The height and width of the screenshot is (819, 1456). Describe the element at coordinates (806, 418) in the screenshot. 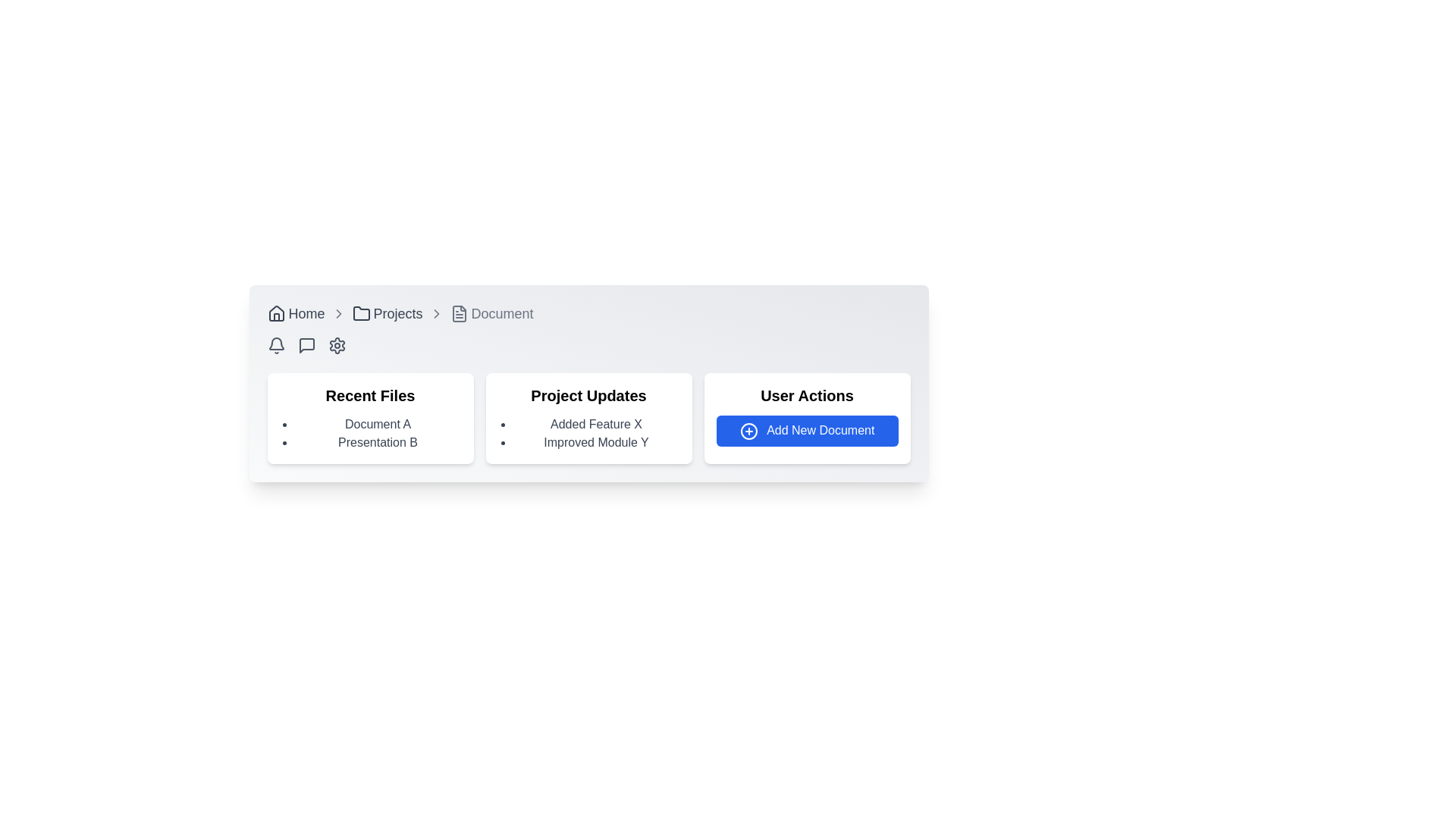

I see `the button located on the third card in the bottom right corner of the visible interface` at that location.